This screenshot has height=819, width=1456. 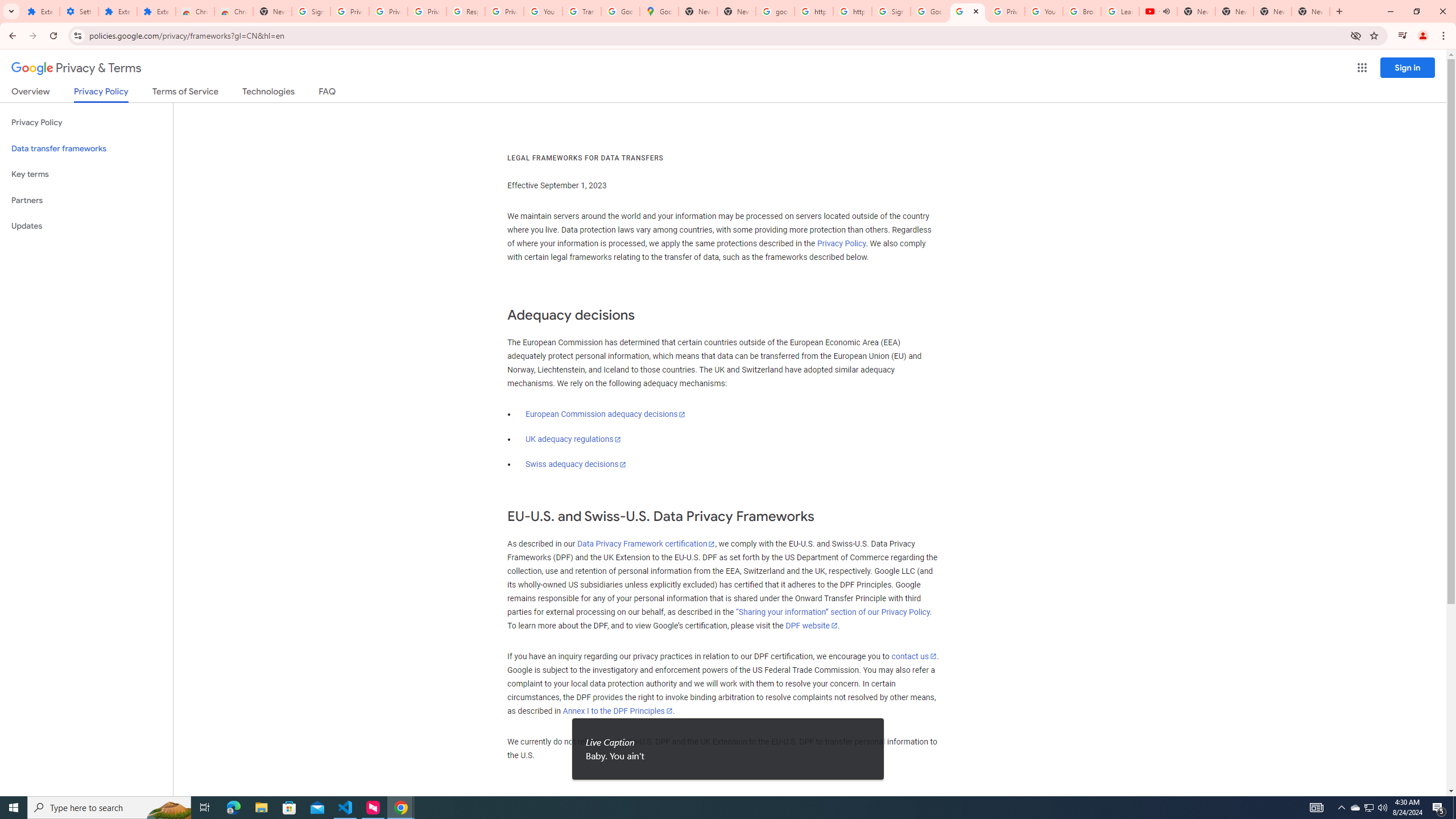 What do you see at coordinates (605, 413) in the screenshot?
I see `'European Commission adequacy decisions'` at bounding box center [605, 413].